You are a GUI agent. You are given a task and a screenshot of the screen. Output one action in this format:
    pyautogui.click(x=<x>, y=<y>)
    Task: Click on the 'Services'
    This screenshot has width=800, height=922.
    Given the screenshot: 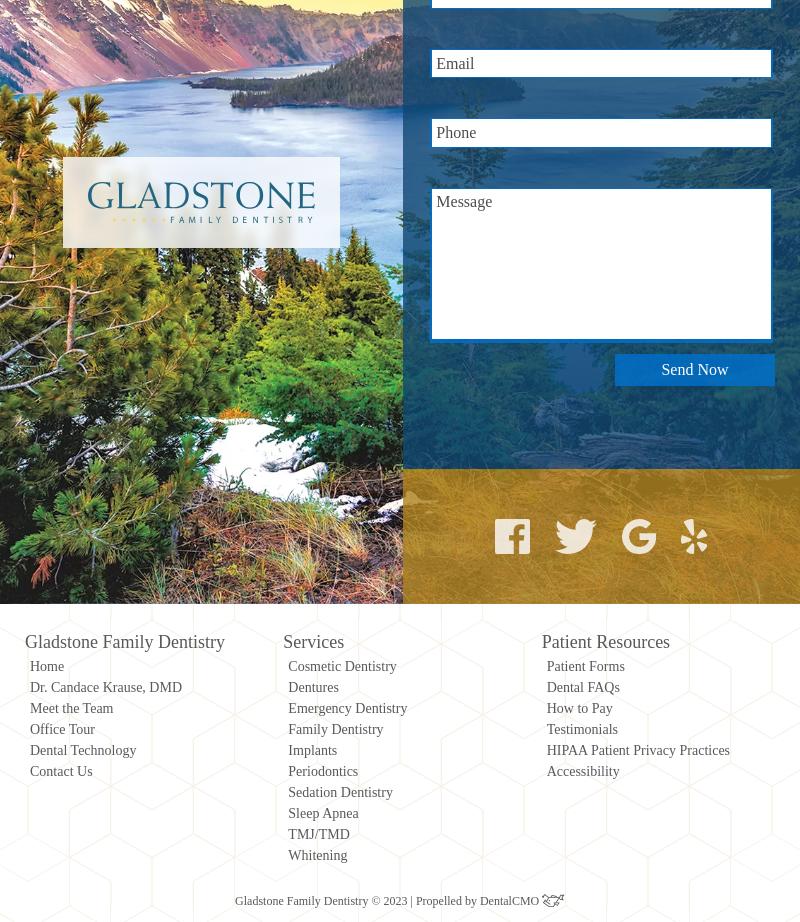 What is the action you would take?
    pyautogui.click(x=312, y=640)
    